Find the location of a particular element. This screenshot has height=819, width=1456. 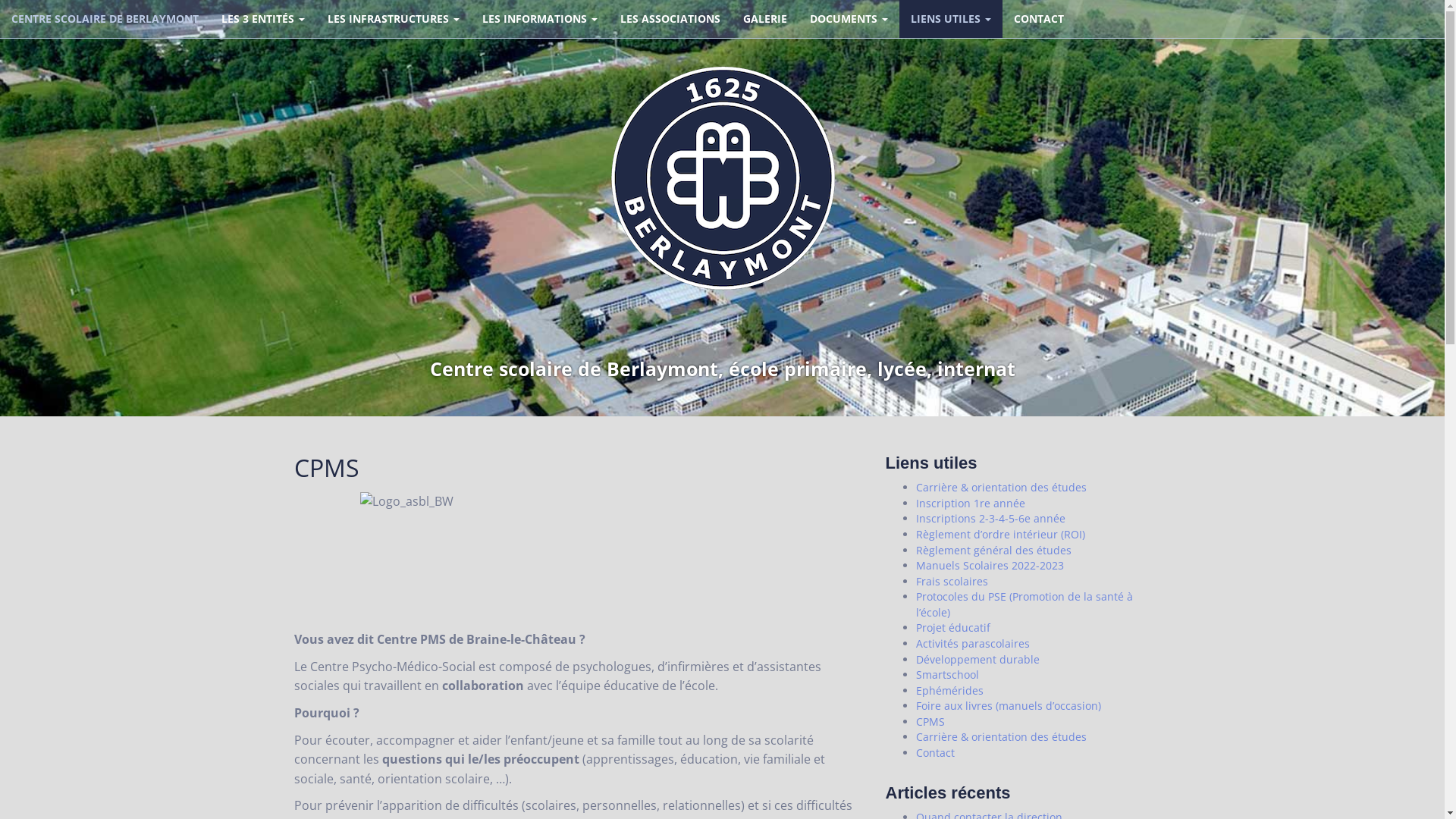

'LIENS UTILES' is located at coordinates (949, 18).